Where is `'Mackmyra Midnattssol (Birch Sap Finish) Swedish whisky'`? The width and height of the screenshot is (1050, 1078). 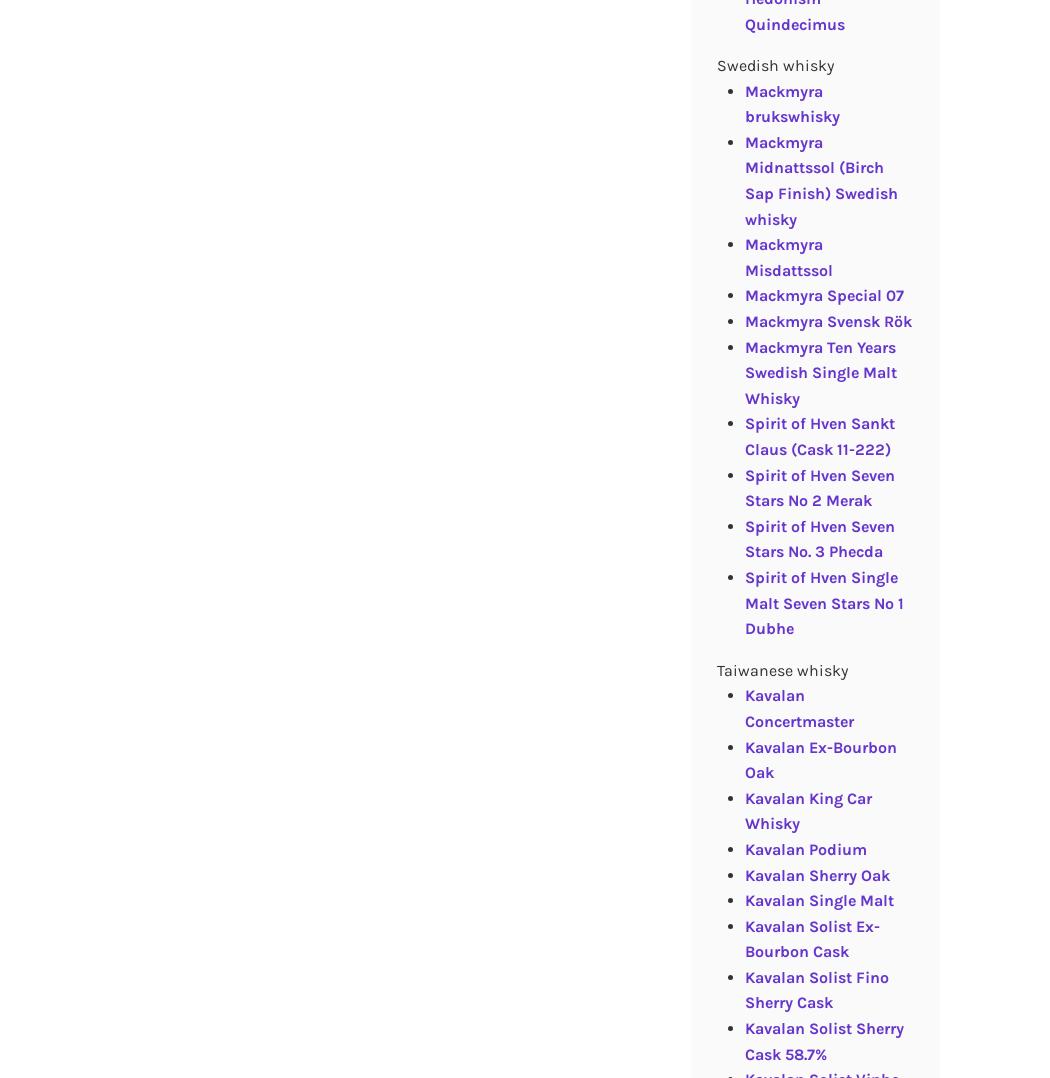
'Mackmyra Midnattssol (Birch Sap Finish) Swedish whisky' is located at coordinates (743, 179).